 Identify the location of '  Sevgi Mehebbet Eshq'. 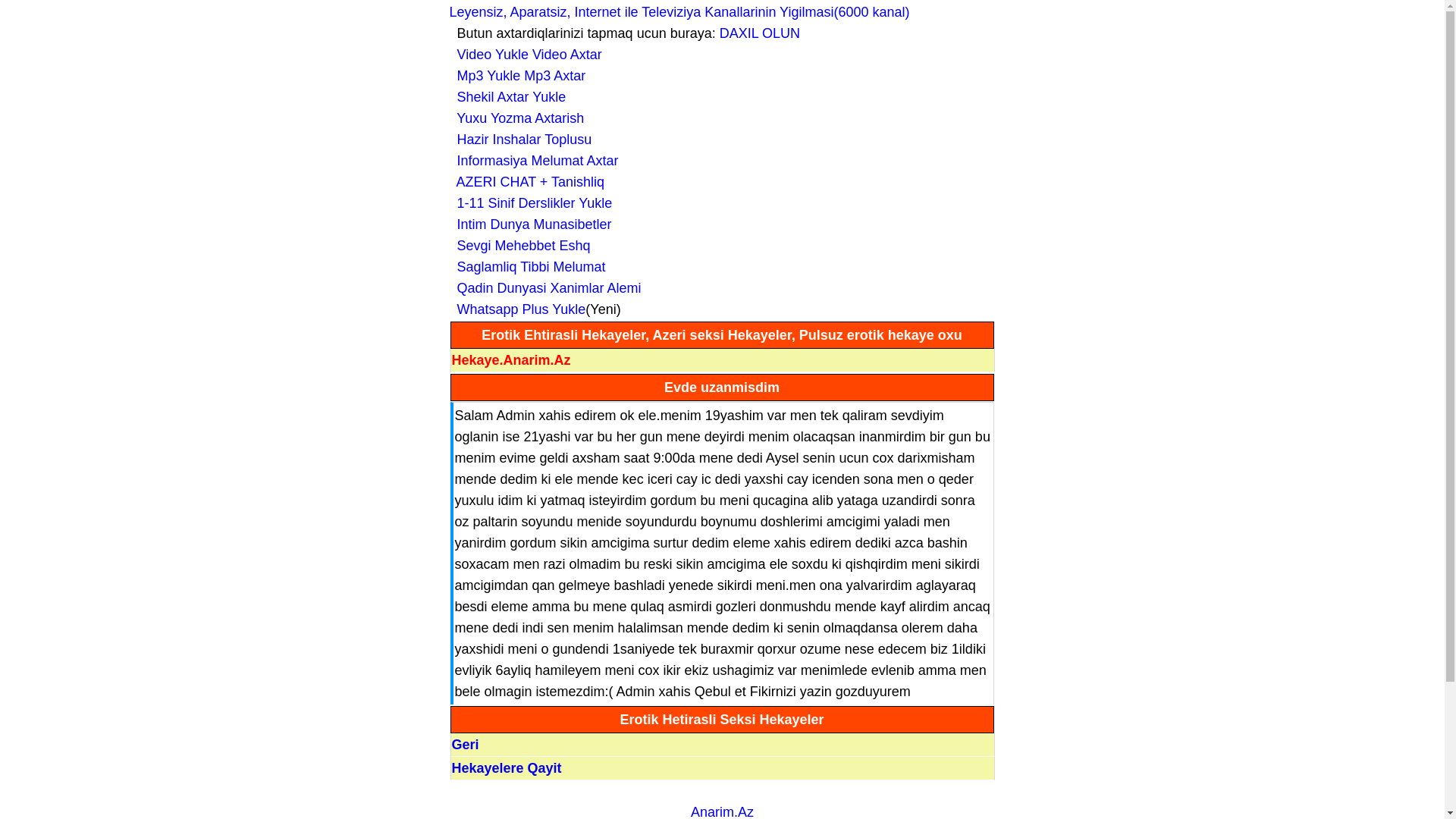
(519, 245).